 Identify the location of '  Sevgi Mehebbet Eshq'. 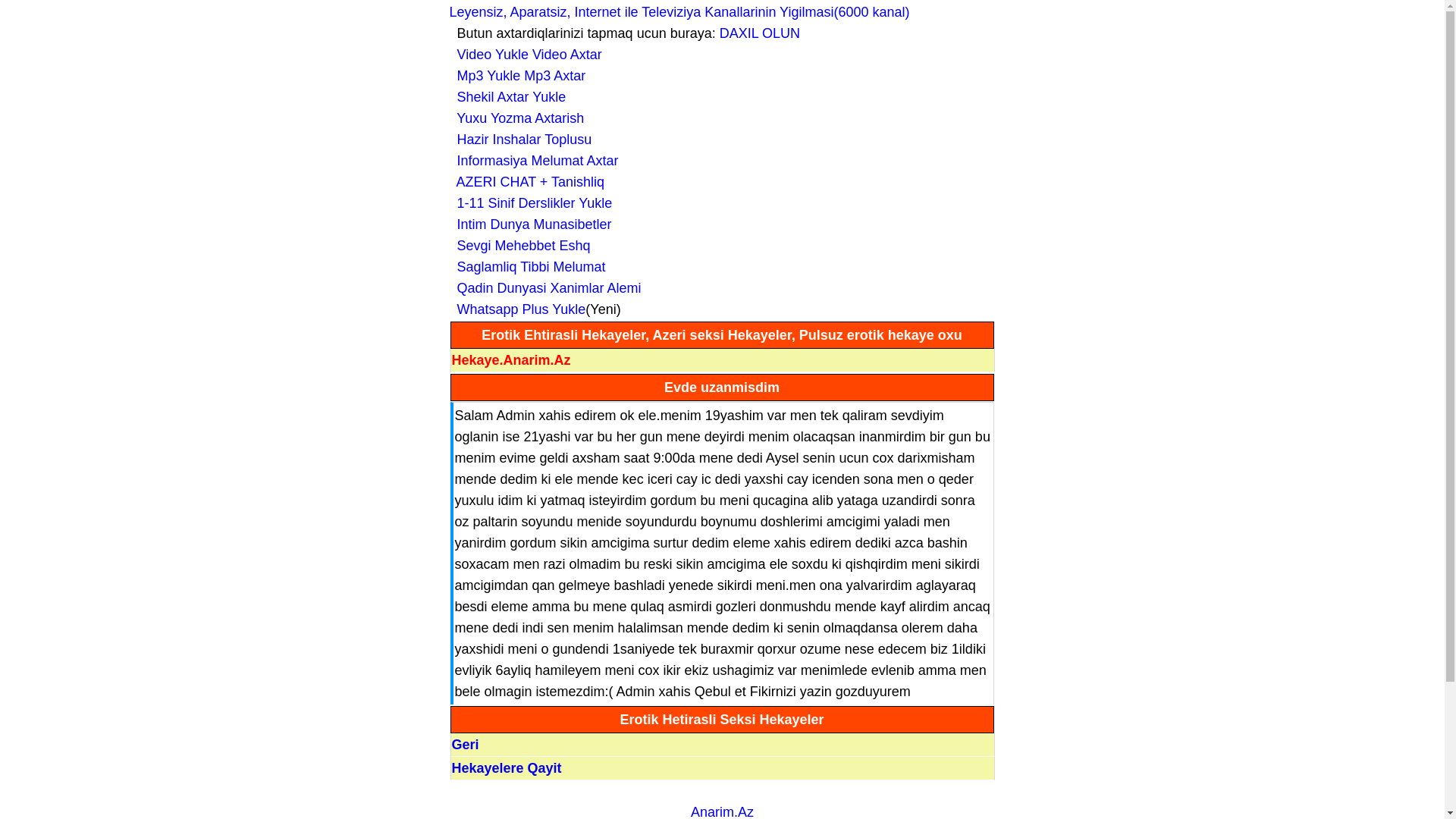
(519, 245).